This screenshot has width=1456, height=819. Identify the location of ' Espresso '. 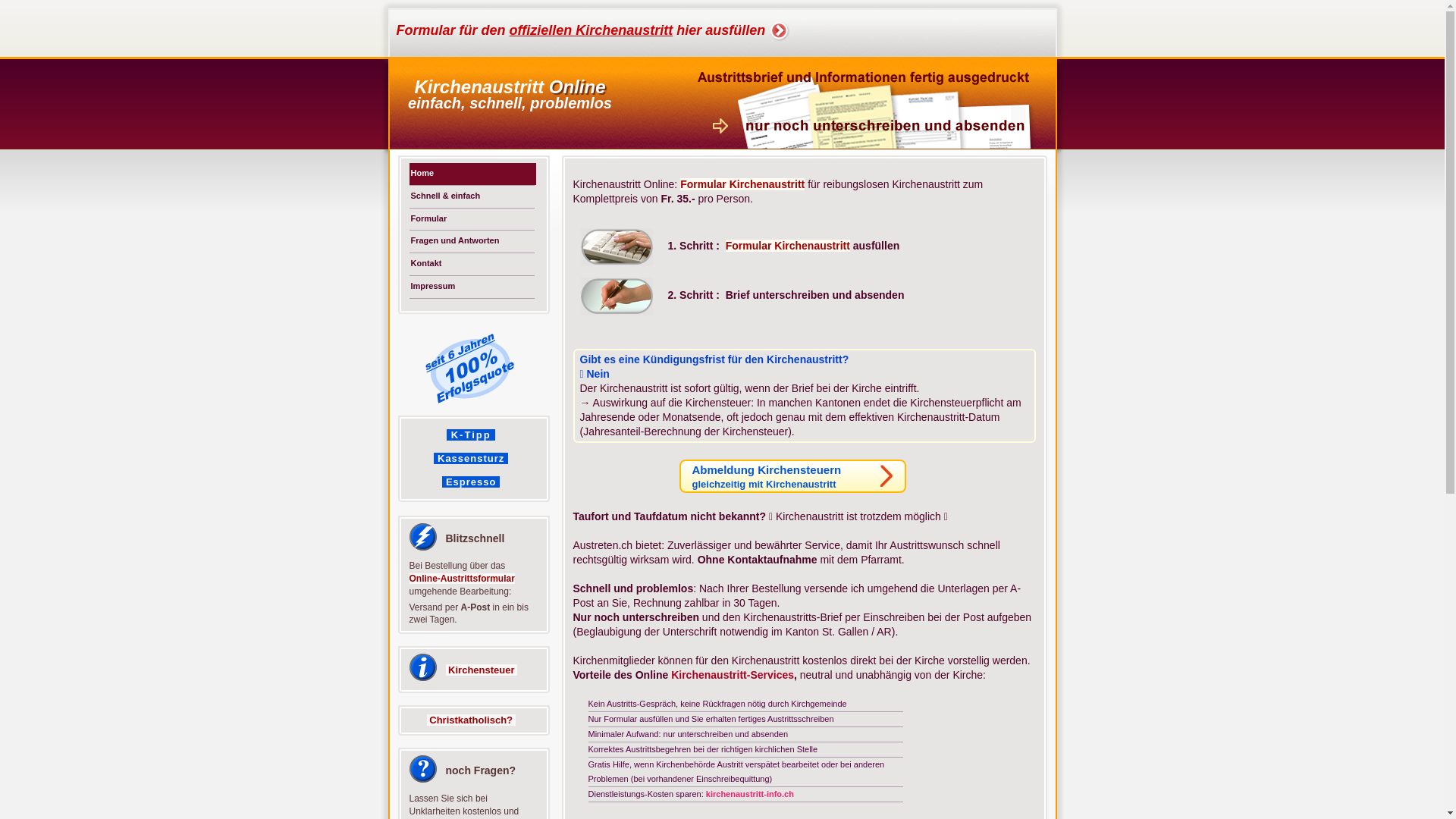
(469, 482).